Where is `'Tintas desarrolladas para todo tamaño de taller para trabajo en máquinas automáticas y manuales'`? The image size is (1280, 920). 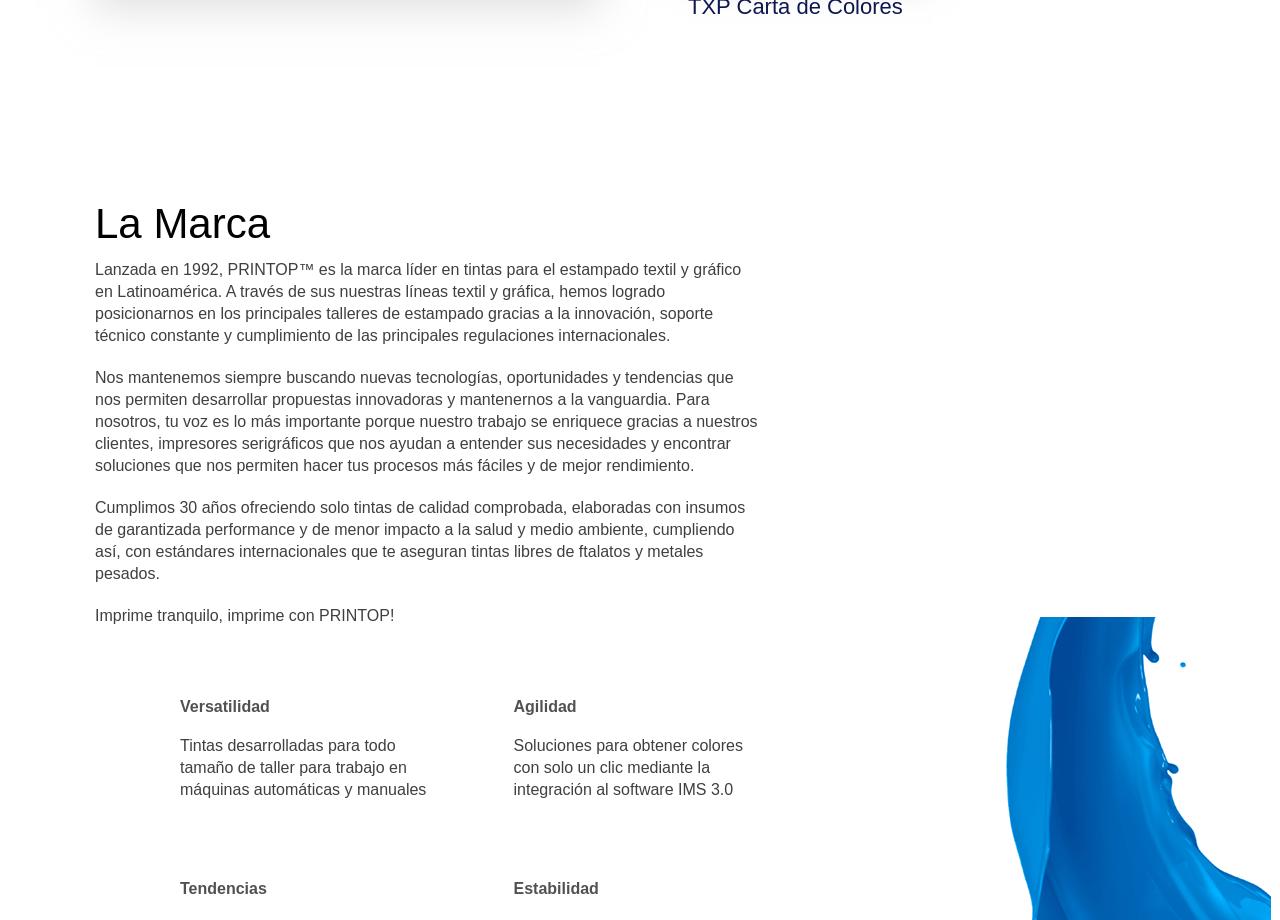
'Tintas desarrolladas para todo tamaño de taller para trabajo en máquinas automáticas y manuales' is located at coordinates (179, 767).